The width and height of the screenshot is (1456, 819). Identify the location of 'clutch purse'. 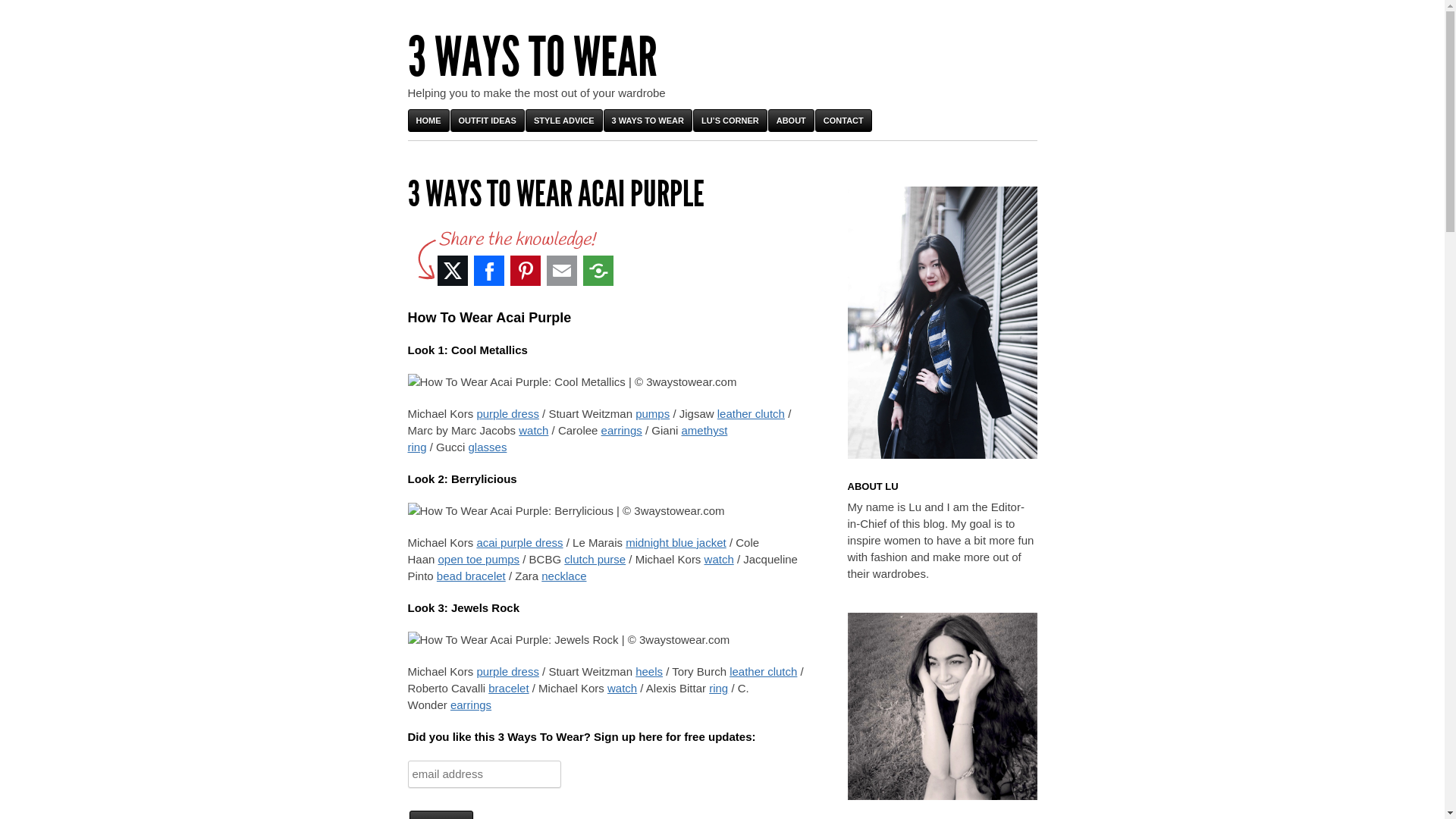
(563, 559).